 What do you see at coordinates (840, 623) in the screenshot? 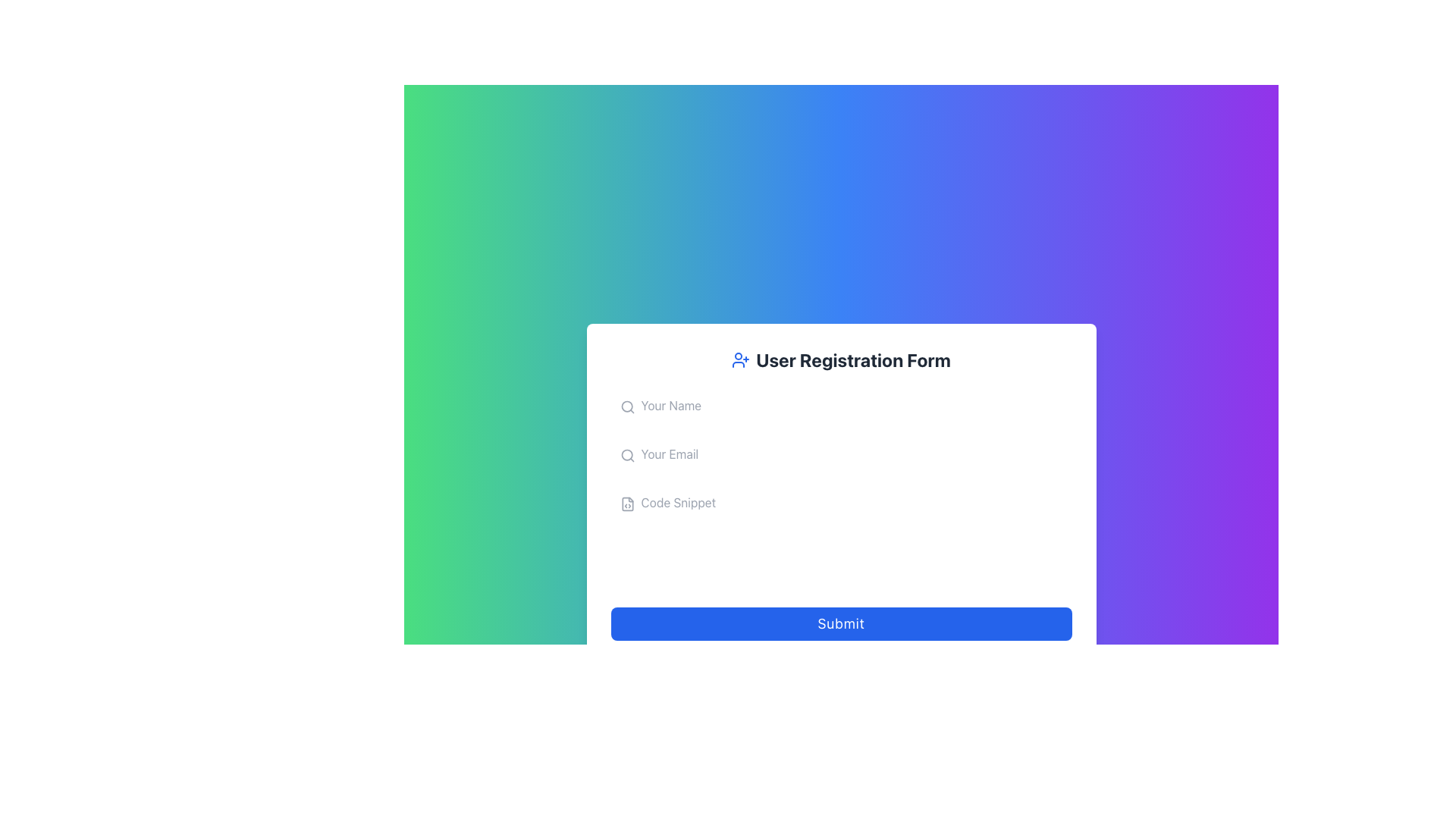
I see `the 'Submit' button with a blue background and white text` at bounding box center [840, 623].